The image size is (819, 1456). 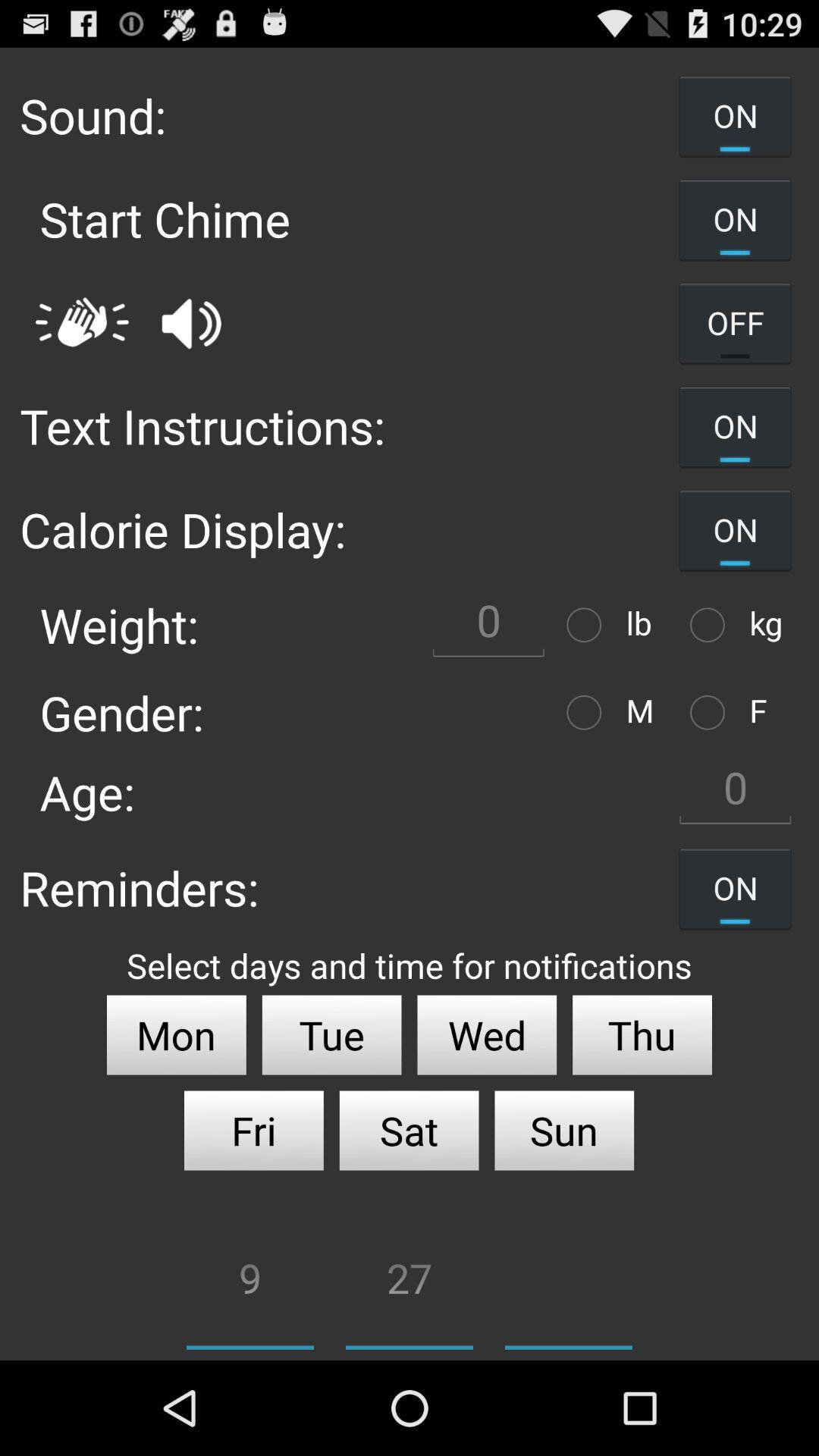 What do you see at coordinates (734, 791) in the screenshot?
I see `age` at bounding box center [734, 791].